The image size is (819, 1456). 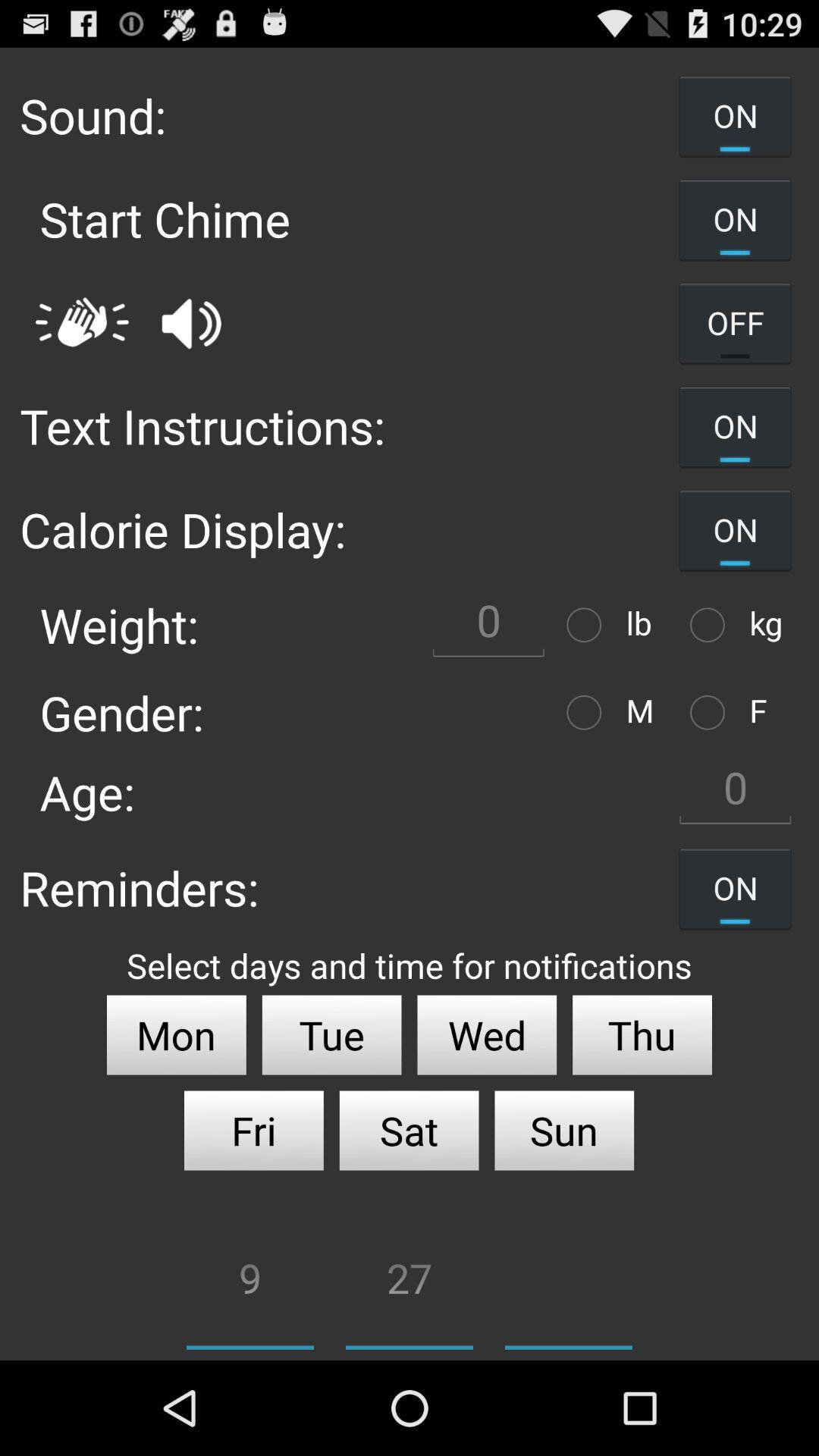 What do you see at coordinates (734, 791) in the screenshot?
I see `age` at bounding box center [734, 791].